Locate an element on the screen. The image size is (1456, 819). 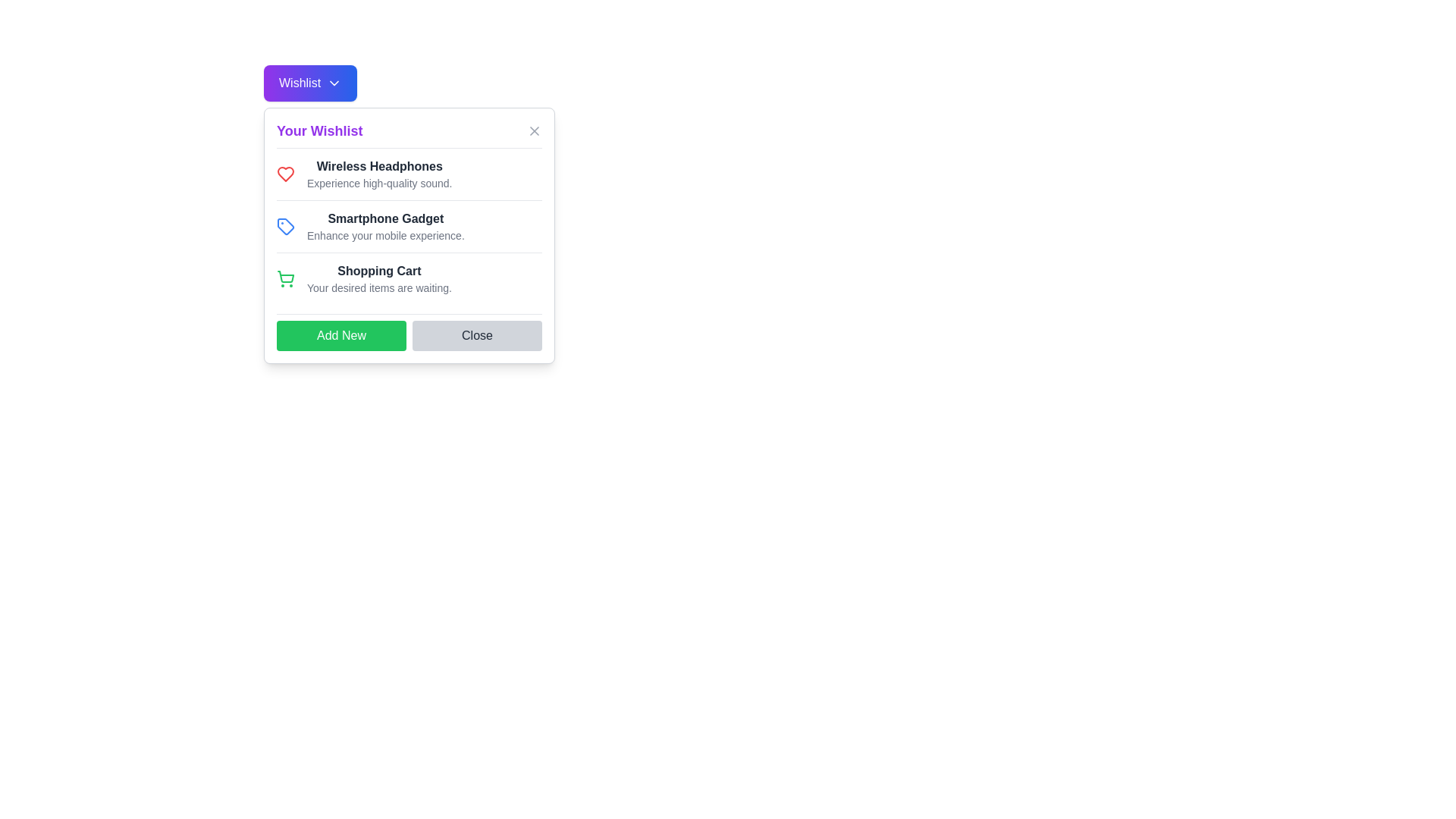
the state of the red heart icon adjacent to the Wireless Headphones entry in the Your Wishlist section to determine its favorited status is located at coordinates (286, 174).